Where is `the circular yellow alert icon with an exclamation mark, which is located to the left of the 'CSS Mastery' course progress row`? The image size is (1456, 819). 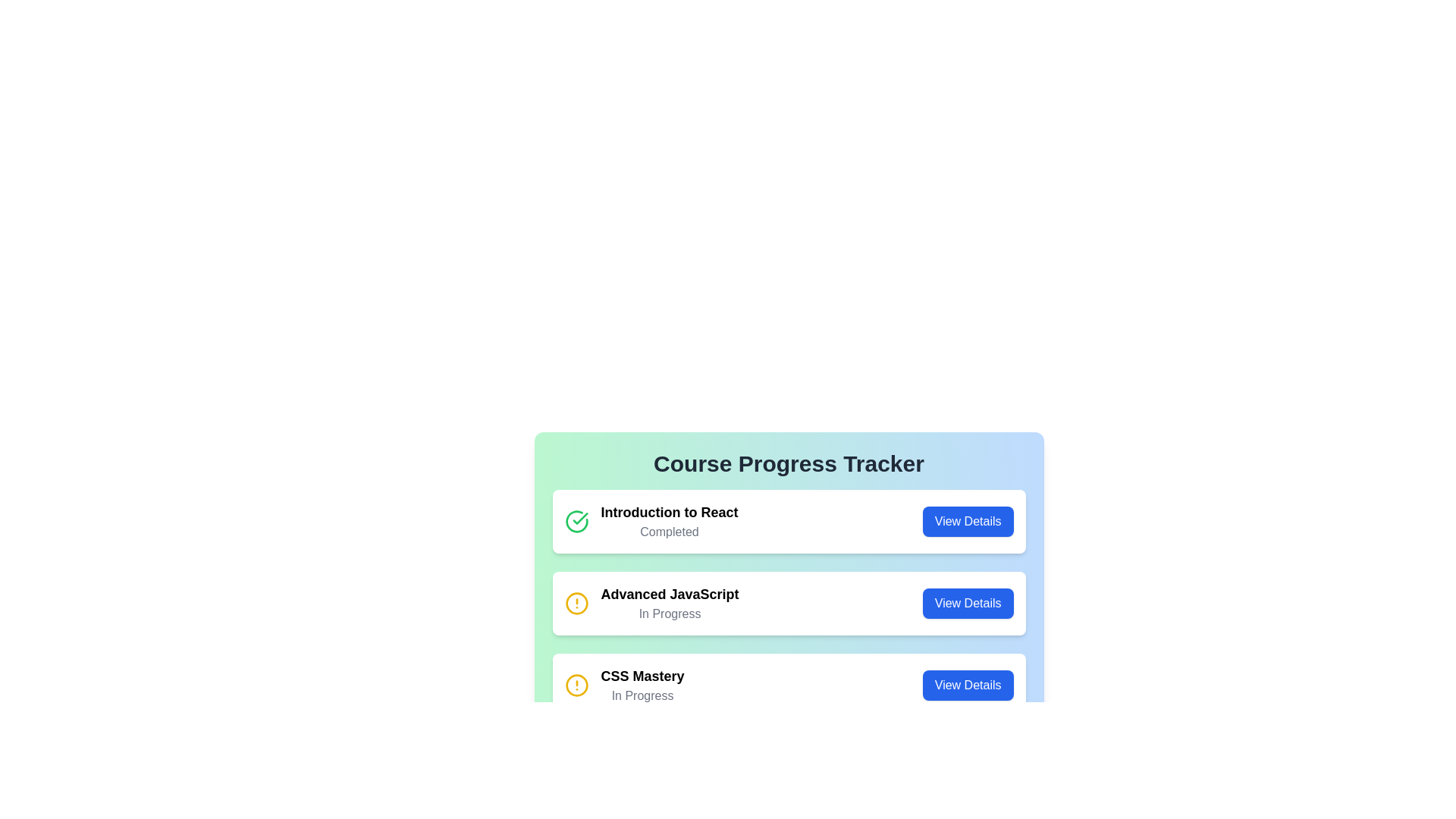 the circular yellow alert icon with an exclamation mark, which is located to the left of the 'CSS Mastery' course progress row is located at coordinates (576, 685).